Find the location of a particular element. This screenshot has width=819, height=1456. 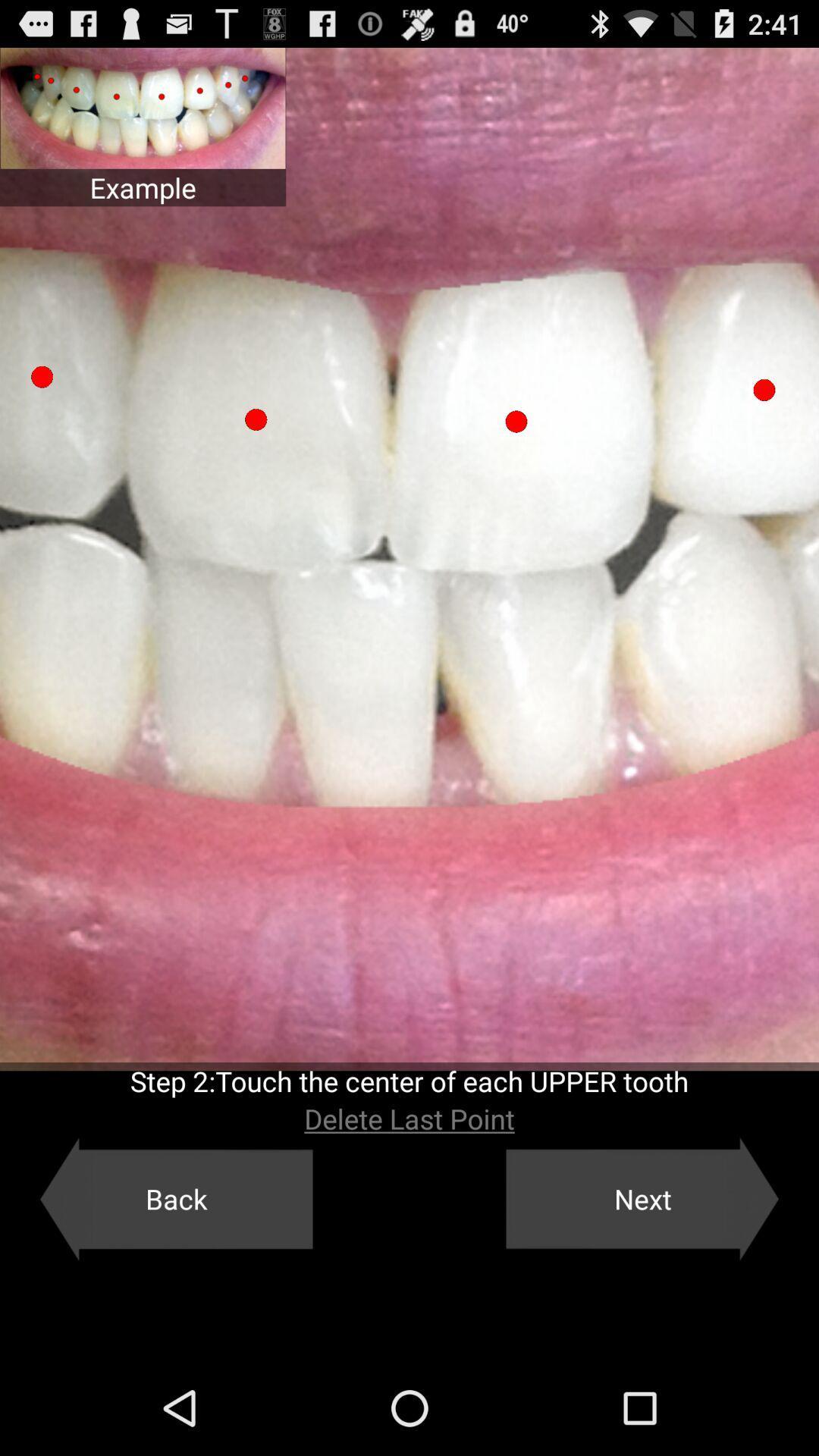

the app below the step 2 touch icon is located at coordinates (409, 1119).